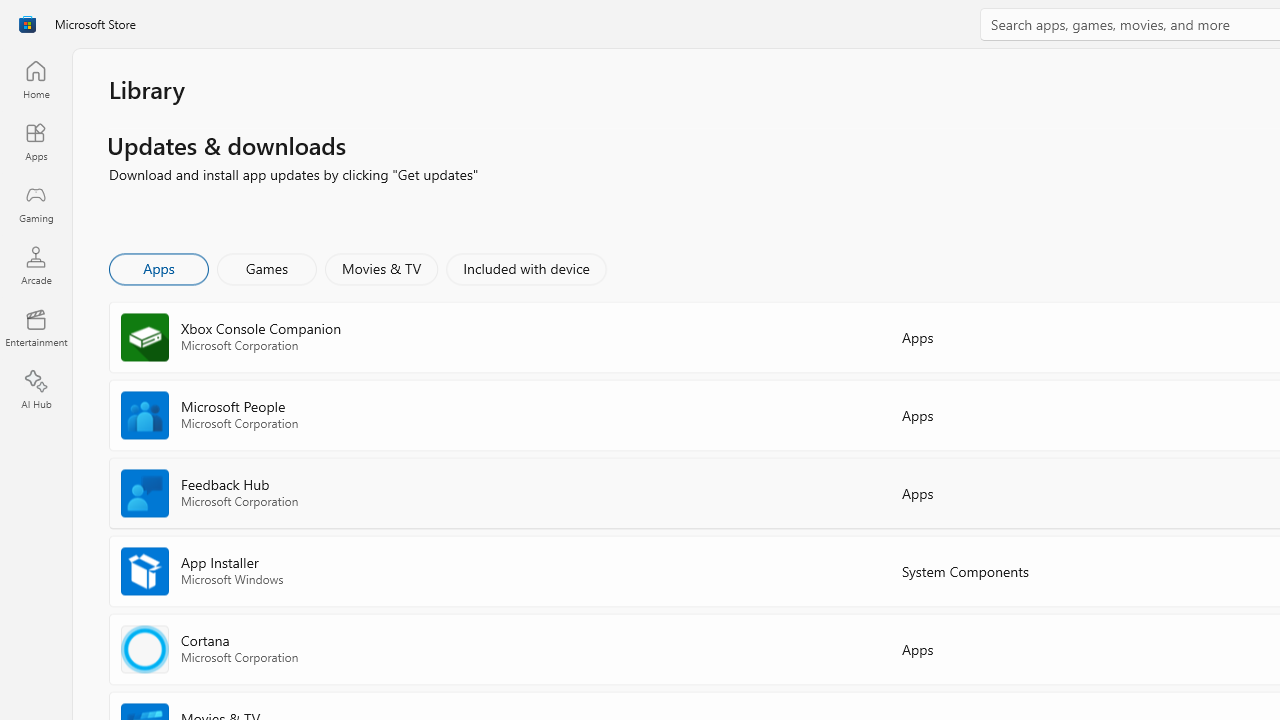 Image resolution: width=1280 pixels, height=720 pixels. I want to click on 'Home', so click(35, 78).